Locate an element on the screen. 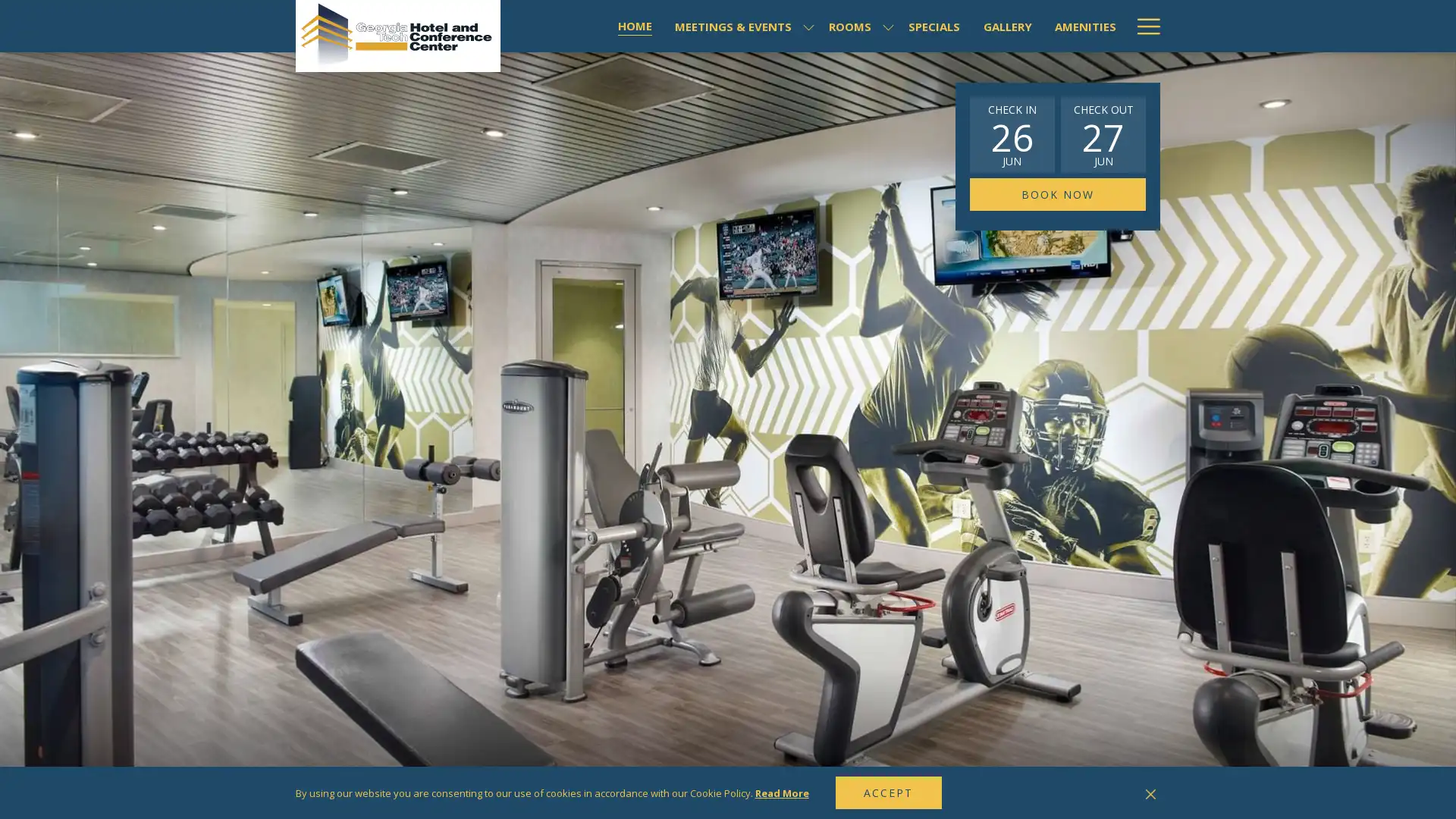 The width and height of the screenshot is (1456, 819). This button opens the calendar to select check out date. is located at coordinates (1103, 133).